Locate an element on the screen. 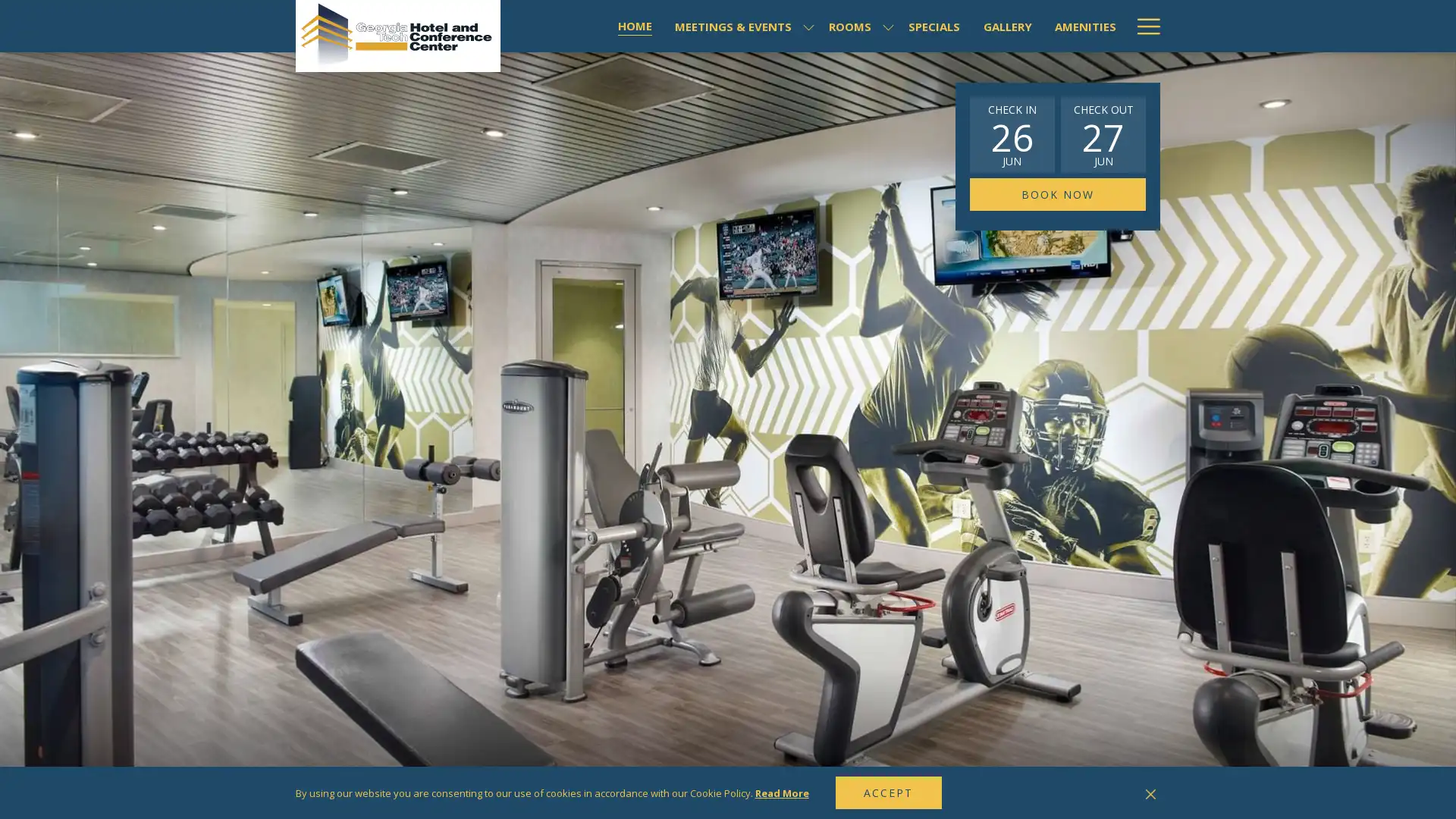 The width and height of the screenshot is (1456, 819). This button opens the calendar to select check out date. is located at coordinates (1103, 133).